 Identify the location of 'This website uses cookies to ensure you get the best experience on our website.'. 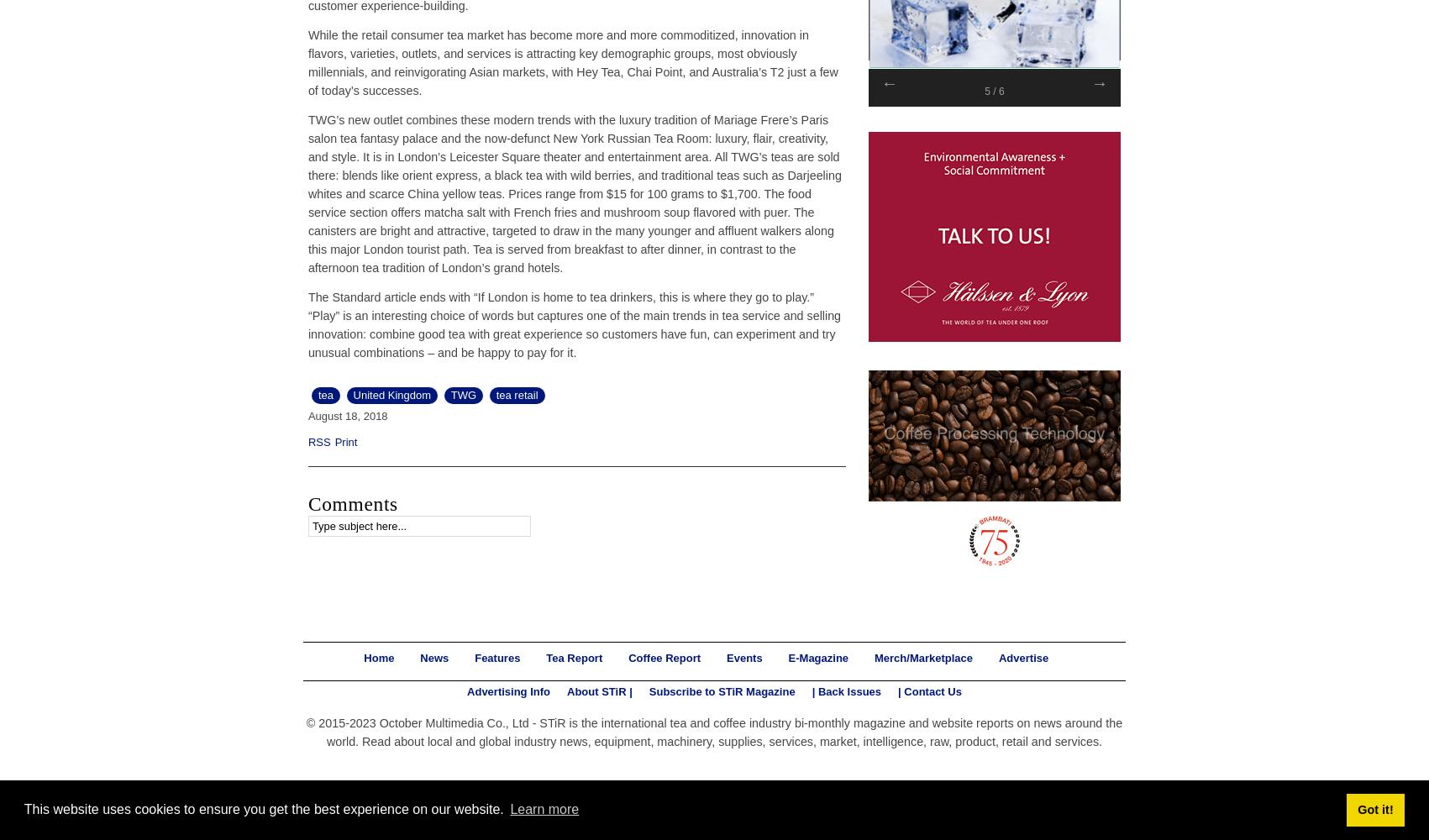
(265, 808).